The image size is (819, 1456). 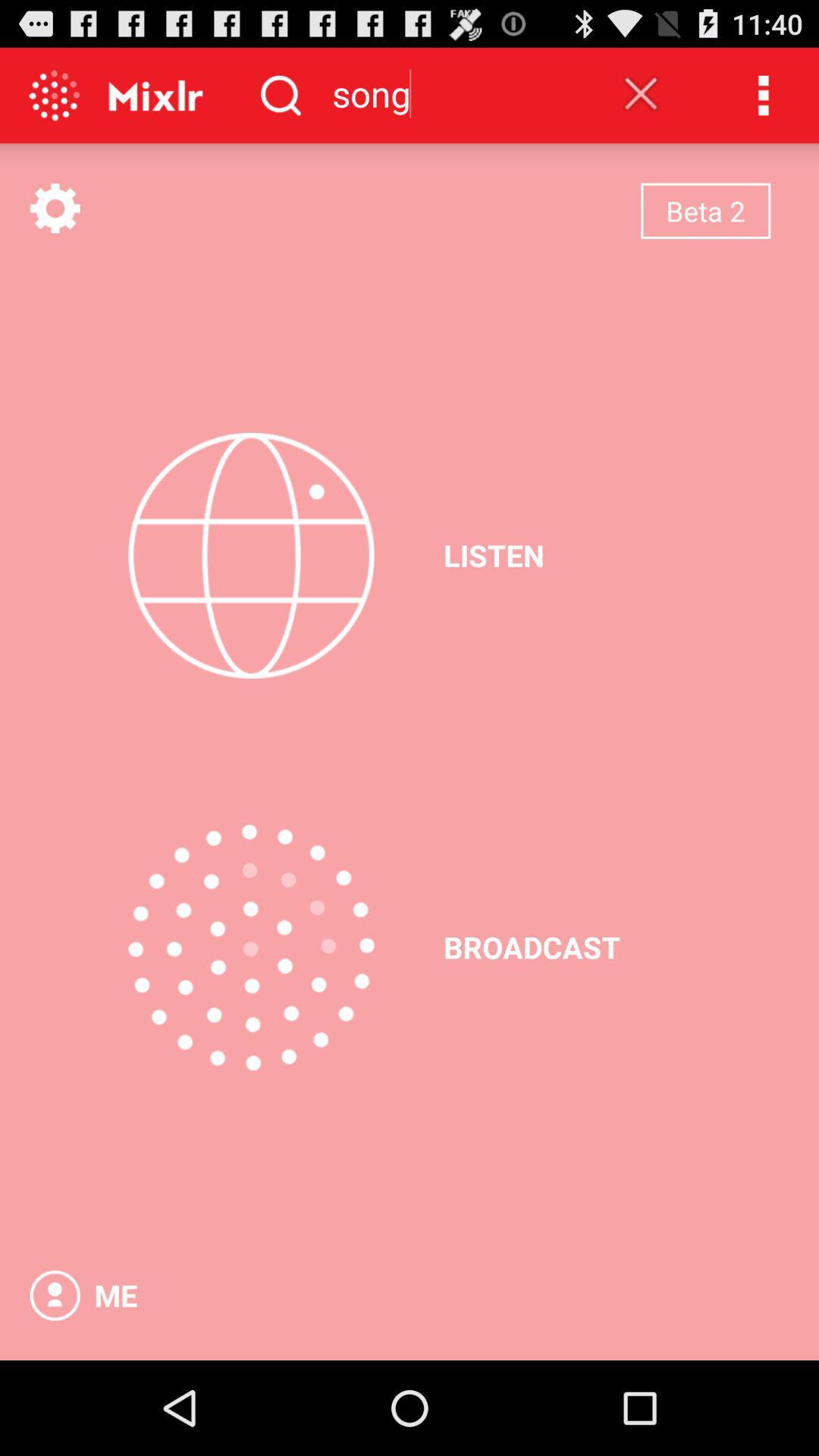 What do you see at coordinates (250, 946) in the screenshot?
I see `the icon to the left of broadcast item` at bounding box center [250, 946].